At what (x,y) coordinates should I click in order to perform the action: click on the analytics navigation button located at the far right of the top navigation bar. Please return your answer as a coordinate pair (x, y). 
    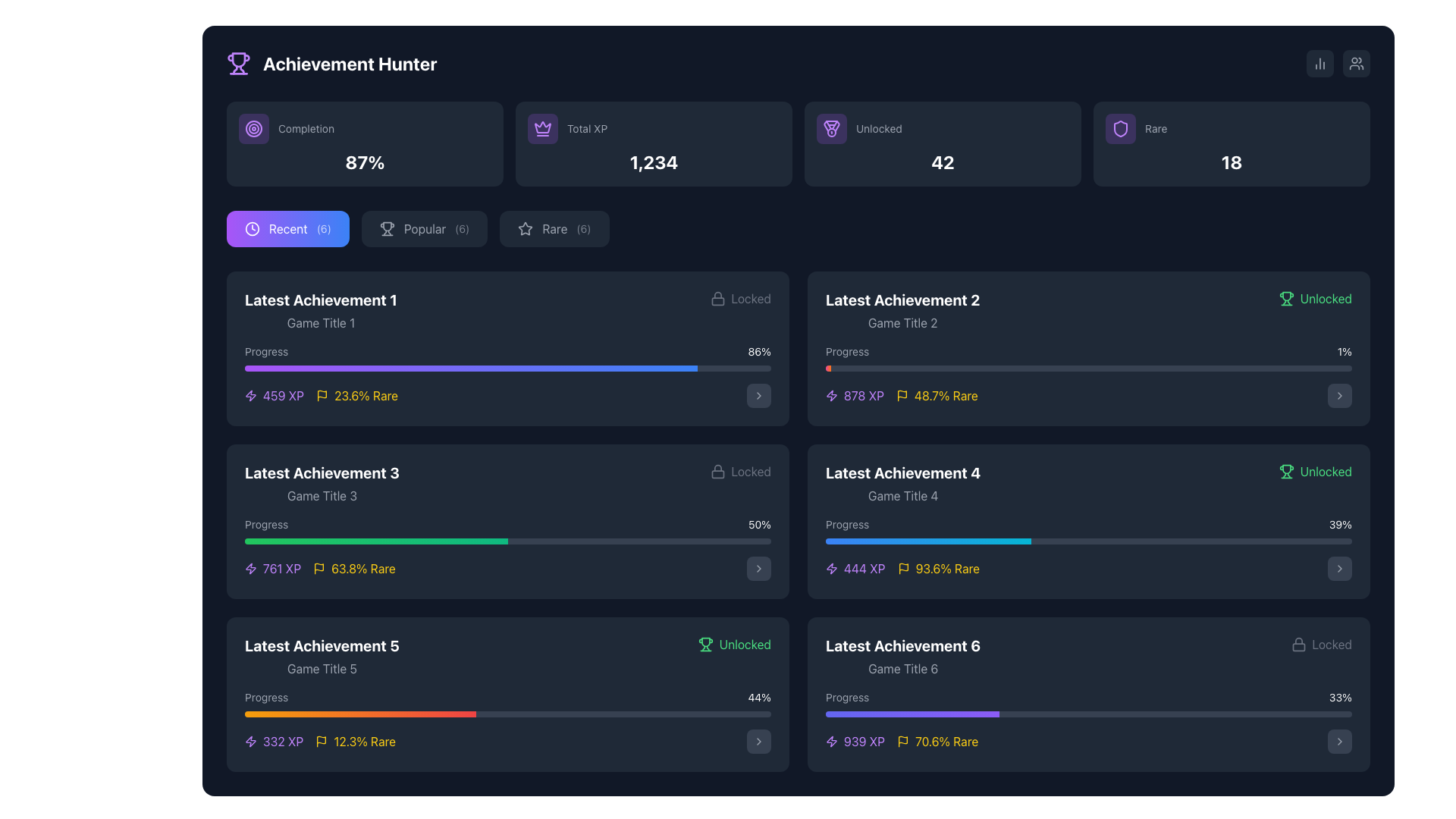
    Looking at the image, I should click on (1319, 63).